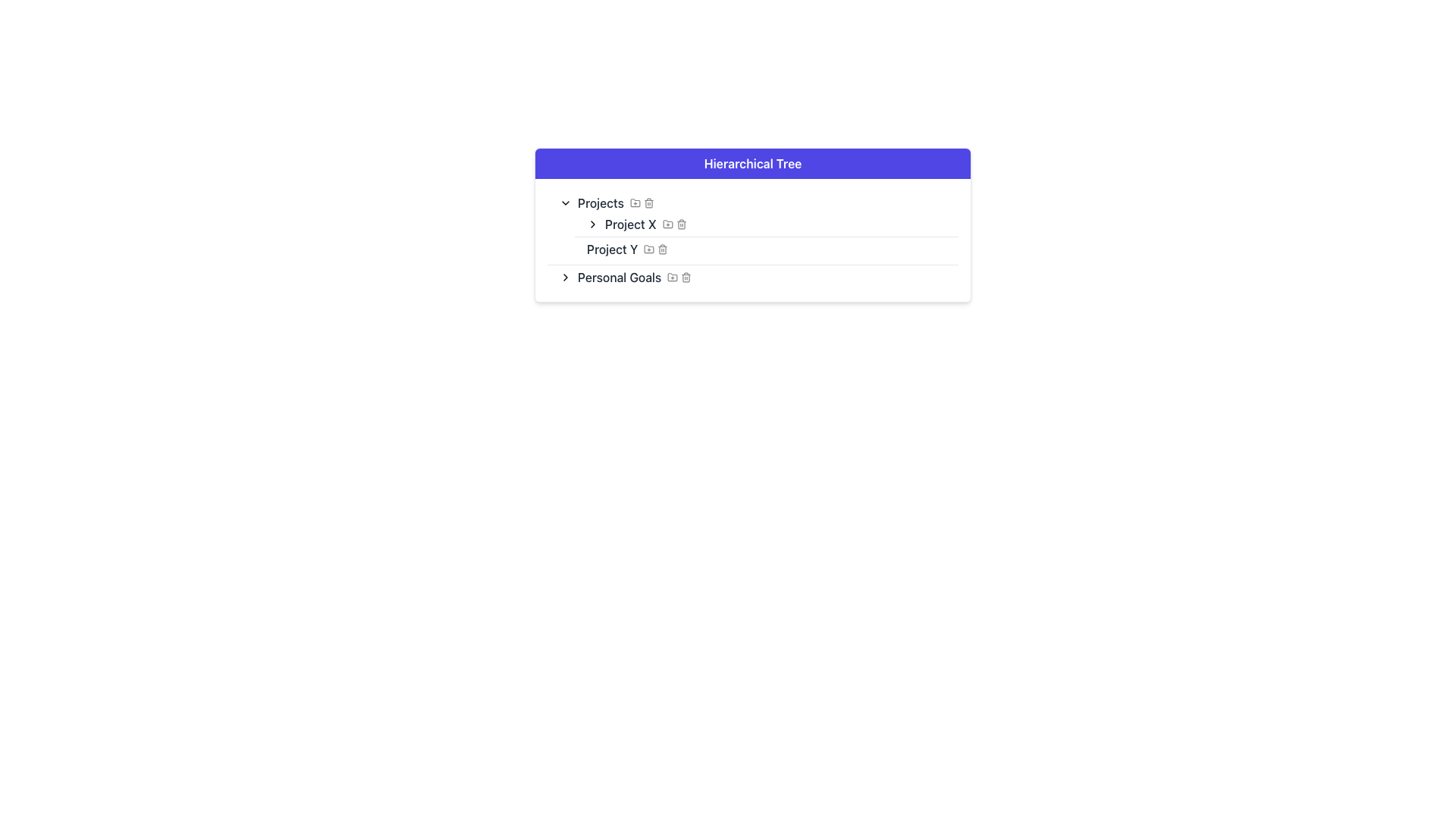 The height and width of the screenshot is (819, 1456). Describe the element at coordinates (672, 278) in the screenshot. I see `the icon button to the left of the trash bin icon in the 'Personal Goals' list to initiate an action for adding a new item` at that location.